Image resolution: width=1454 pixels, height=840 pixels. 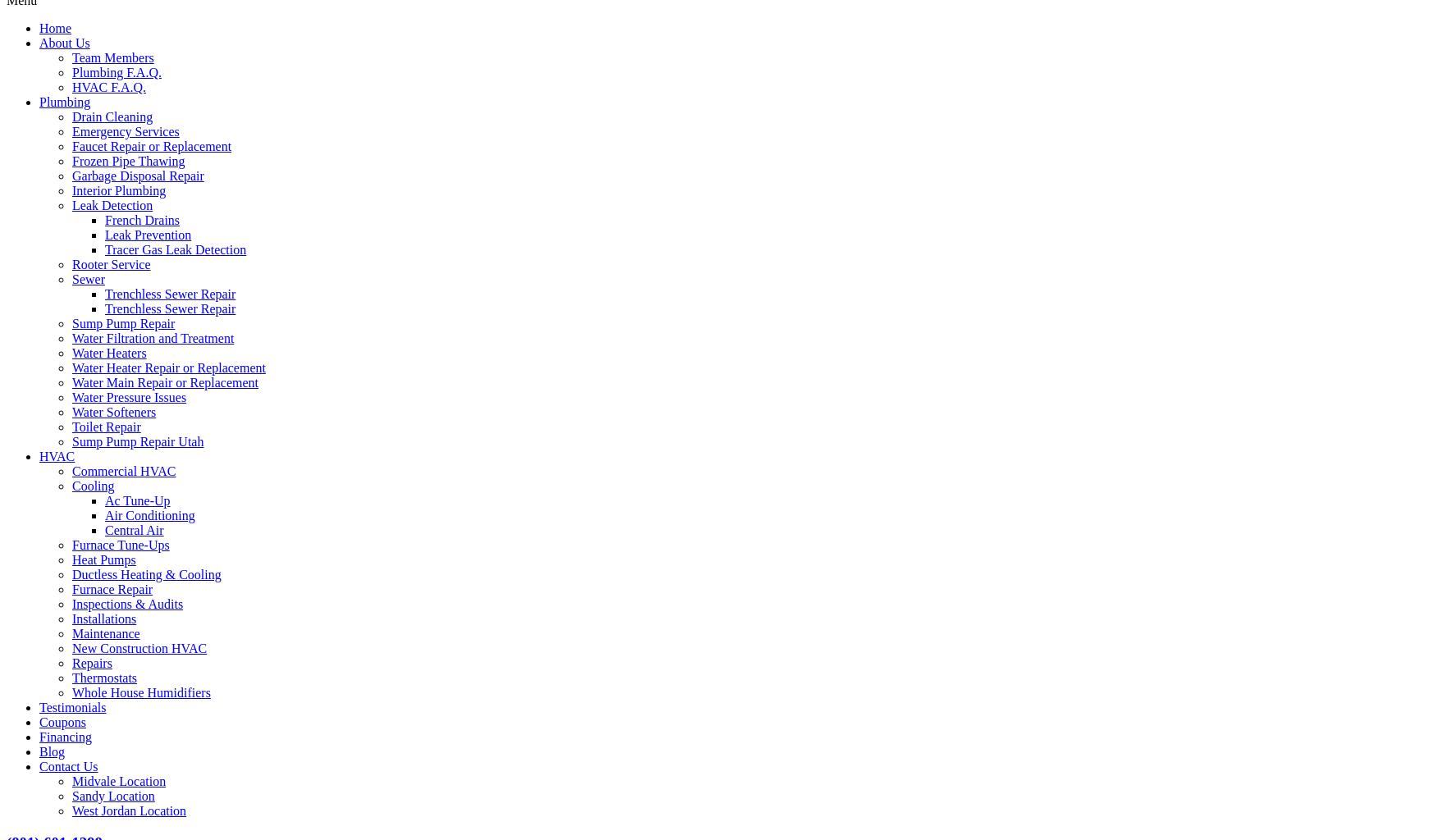 I want to click on 'Leak Prevention', so click(x=104, y=234).